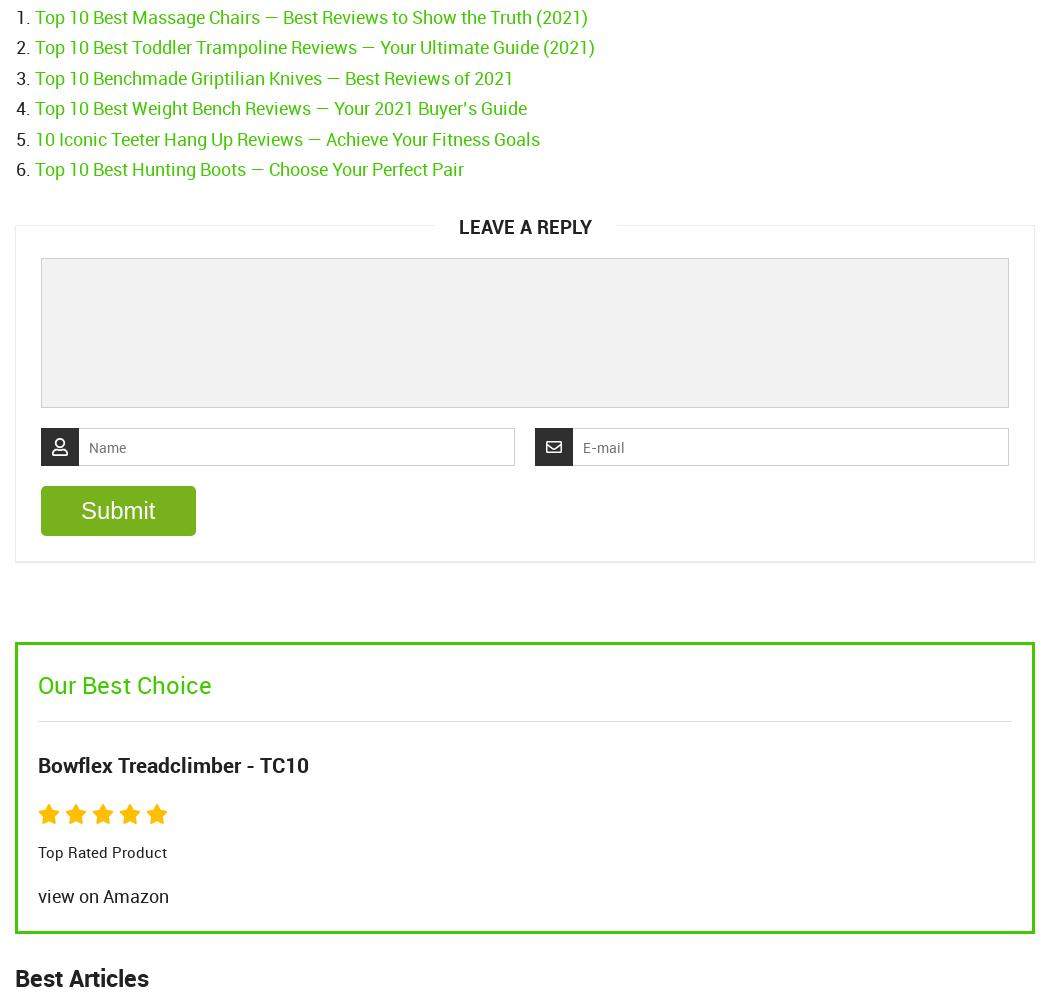  Describe the element at coordinates (523, 226) in the screenshot. I see `'Leave a Reply'` at that location.